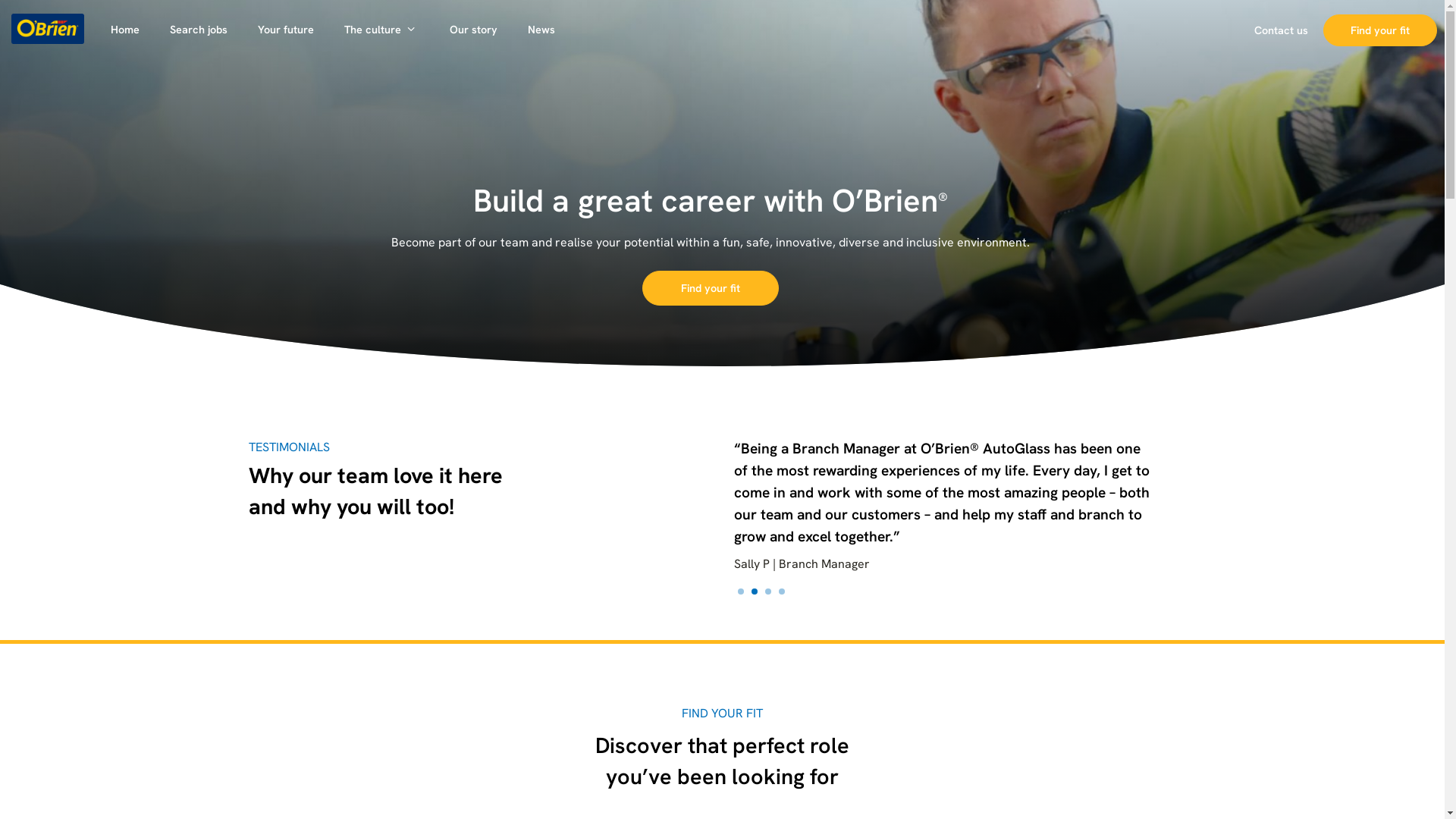 The image size is (1456, 819). Describe the element at coordinates (286, 30) in the screenshot. I see `'Your future'` at that location.